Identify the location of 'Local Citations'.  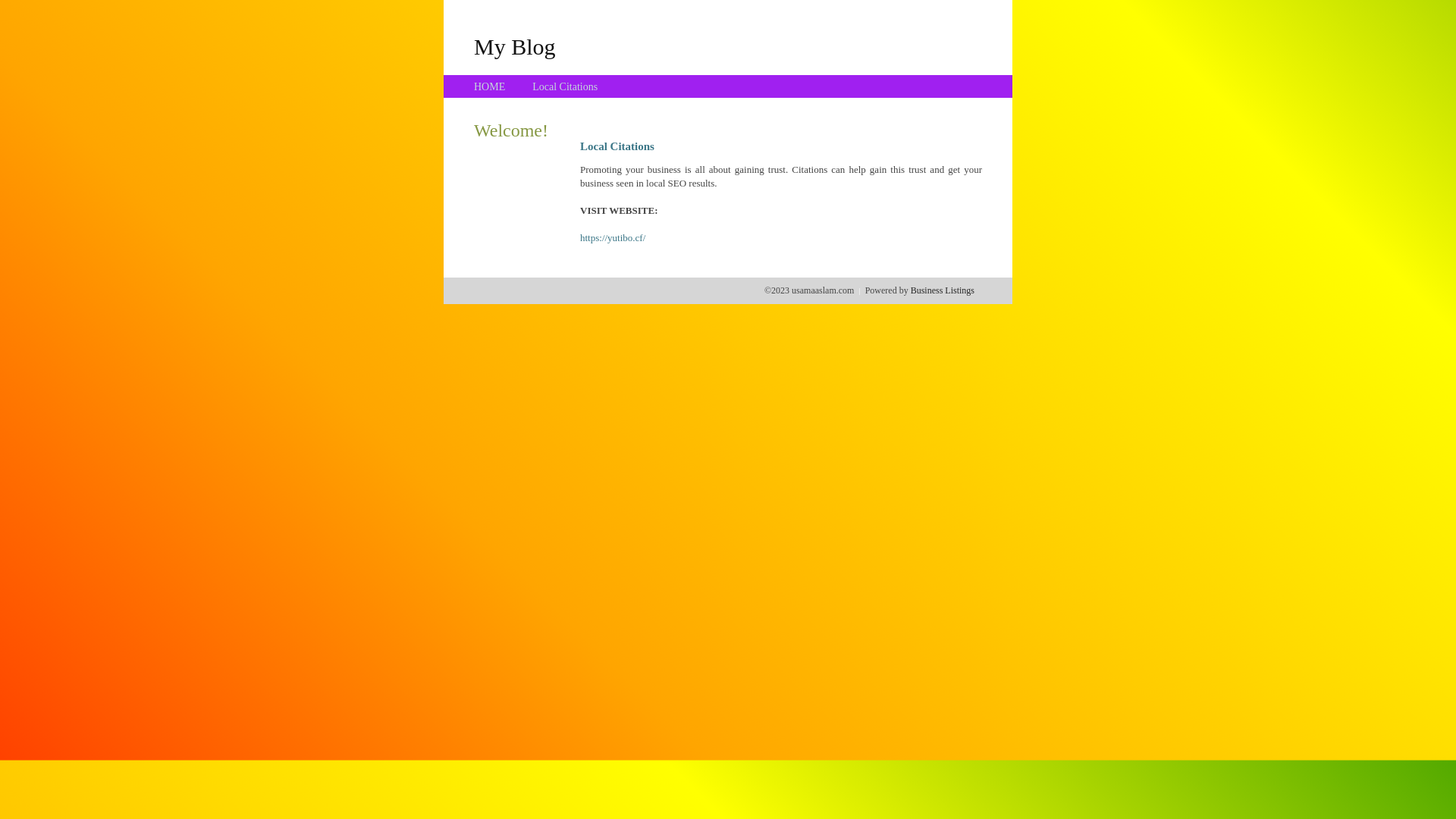
(563, 86).